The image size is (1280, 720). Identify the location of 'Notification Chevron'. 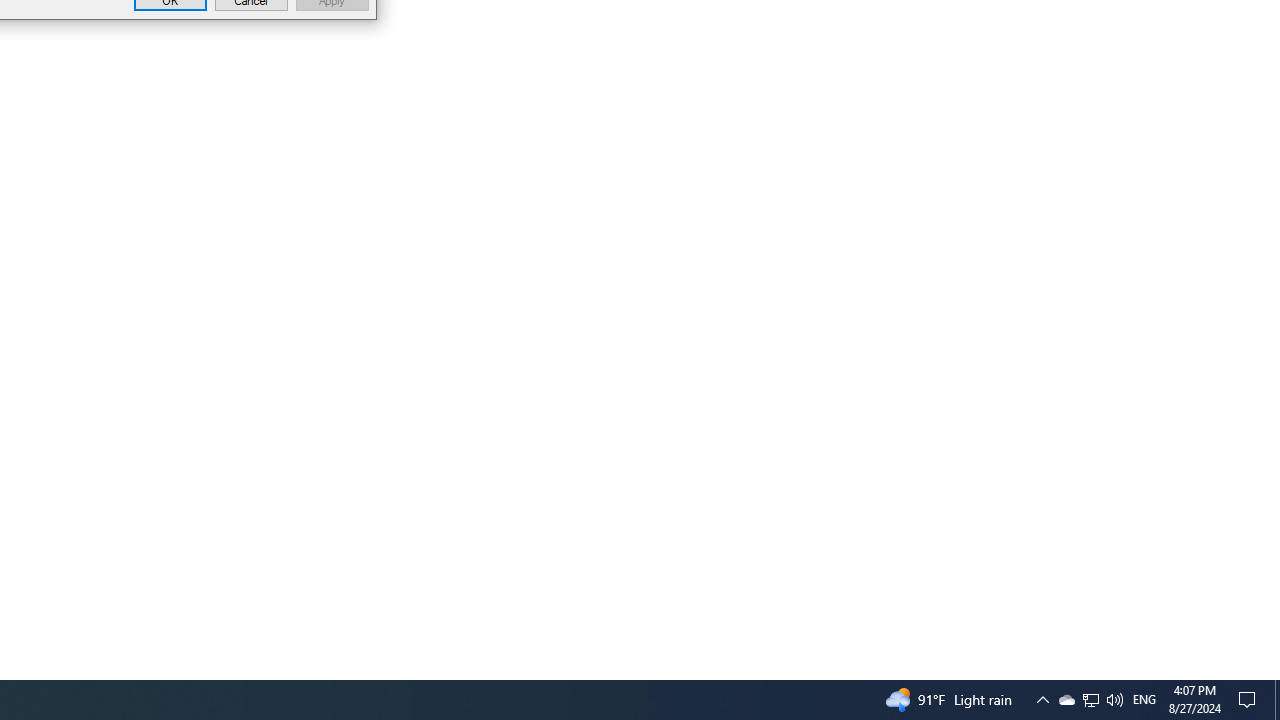
(1041, 698).